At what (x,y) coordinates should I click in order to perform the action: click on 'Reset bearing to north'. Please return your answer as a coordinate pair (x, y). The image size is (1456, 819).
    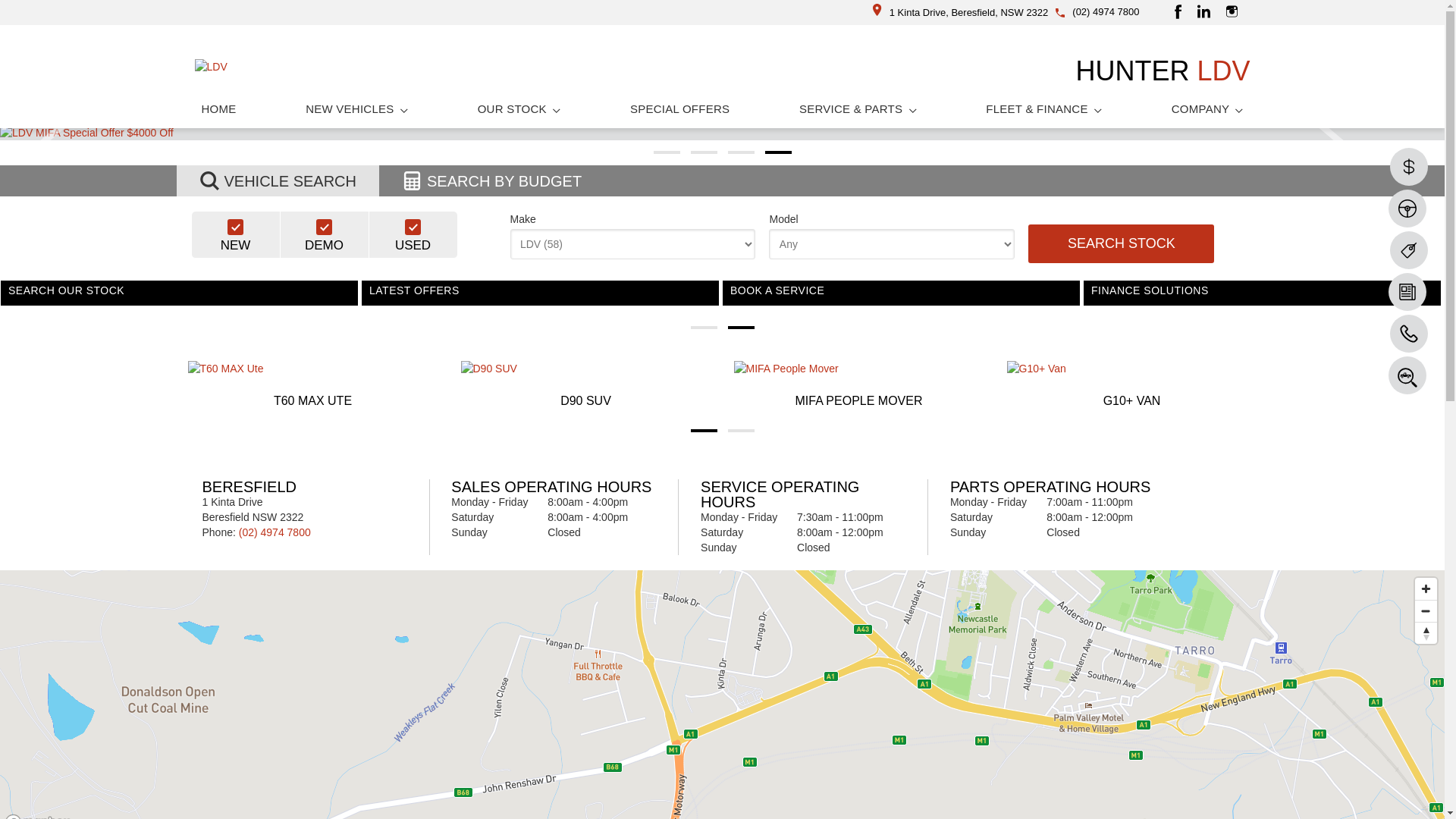
    Looking at the image, I should click on (1425, 632).